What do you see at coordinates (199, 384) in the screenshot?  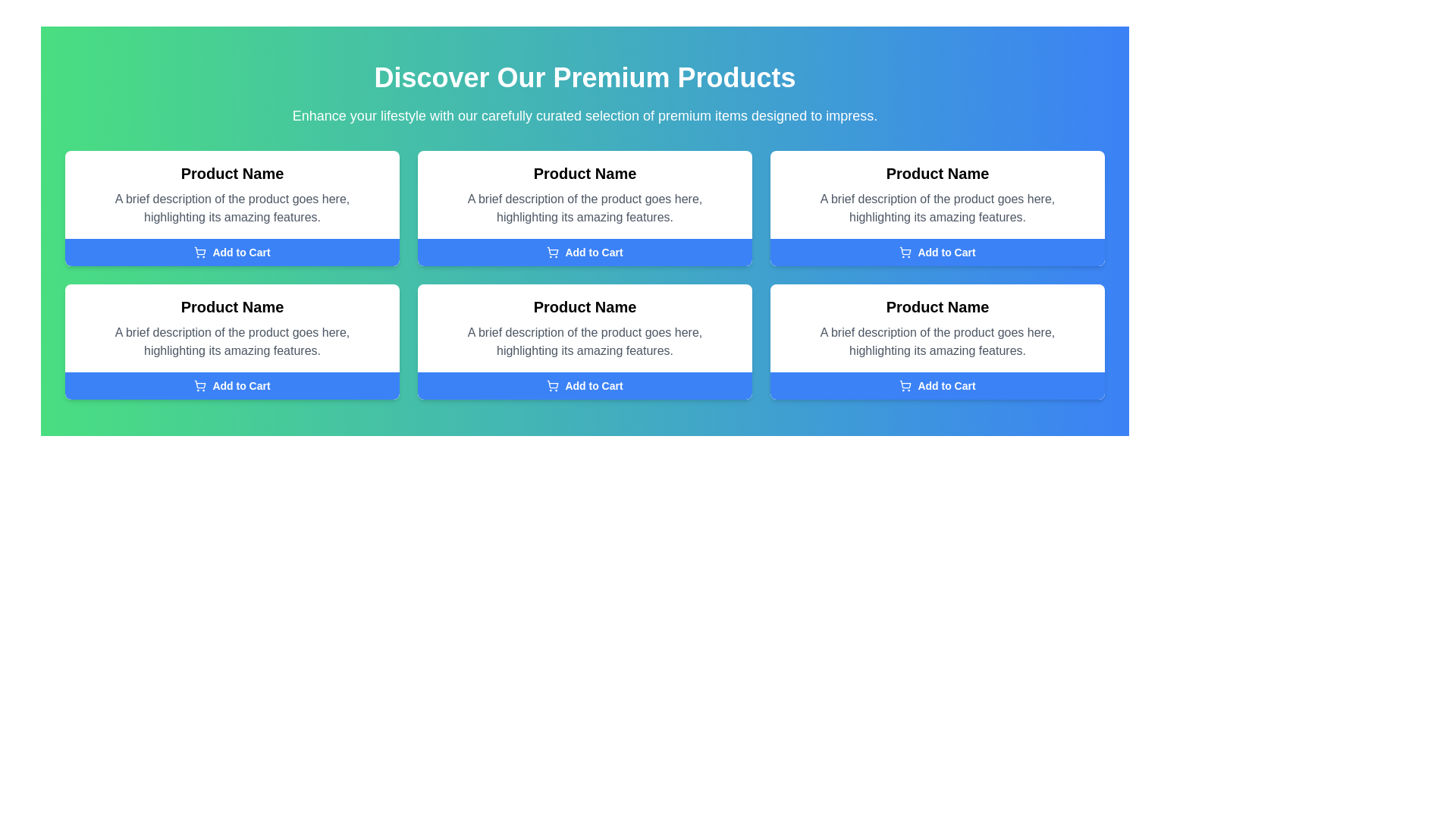 I see `the shopping cart icon within the 'Add to Cart' button located in the bottom-left product card of the grid layout` at bounding box center [199, 384].